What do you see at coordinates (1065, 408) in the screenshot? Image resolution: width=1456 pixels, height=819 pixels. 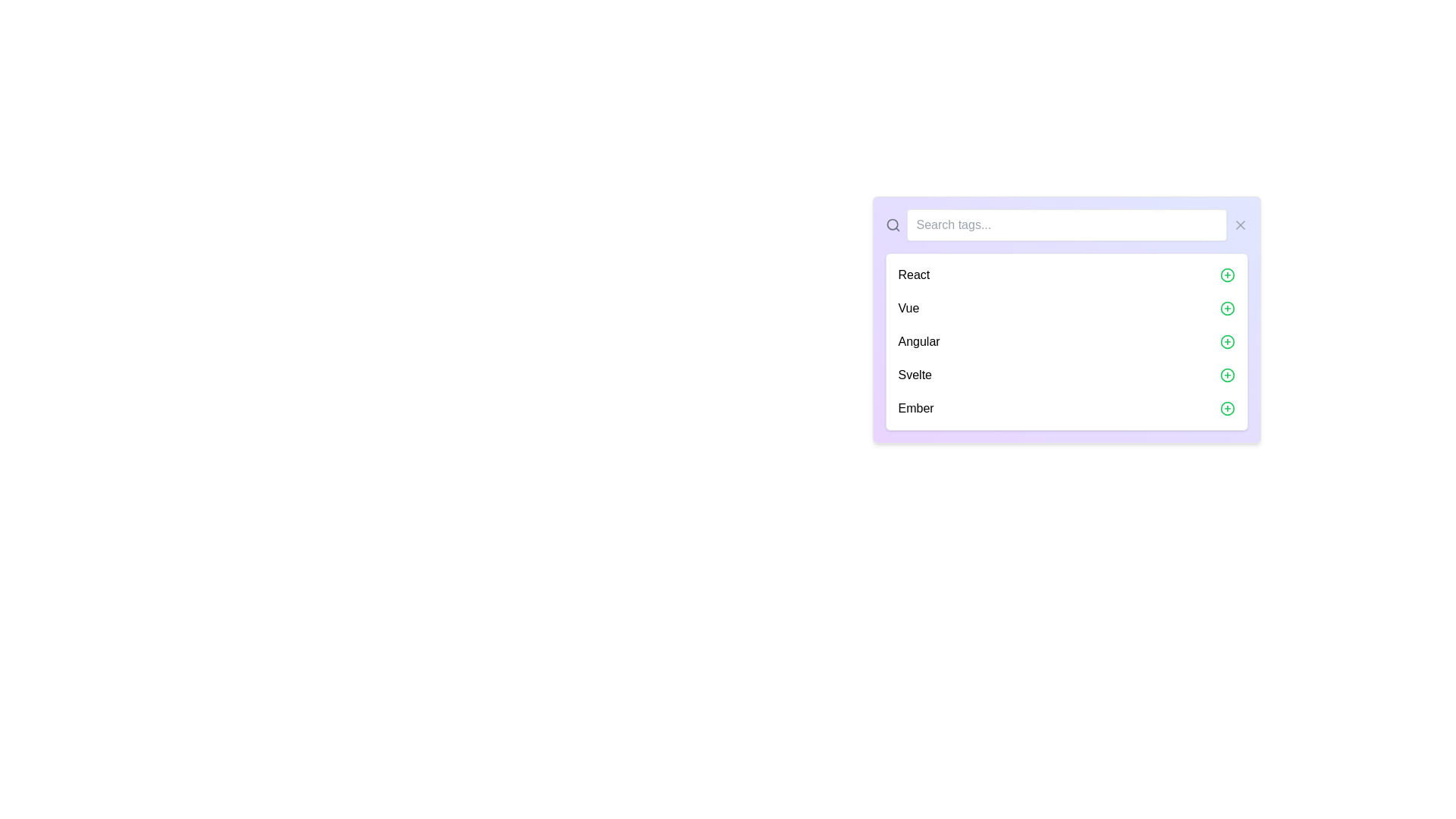 I see `the fifth selectable item in the dropdown menu, which represents the 'Ember' option` at bounding box center [1065, 408].